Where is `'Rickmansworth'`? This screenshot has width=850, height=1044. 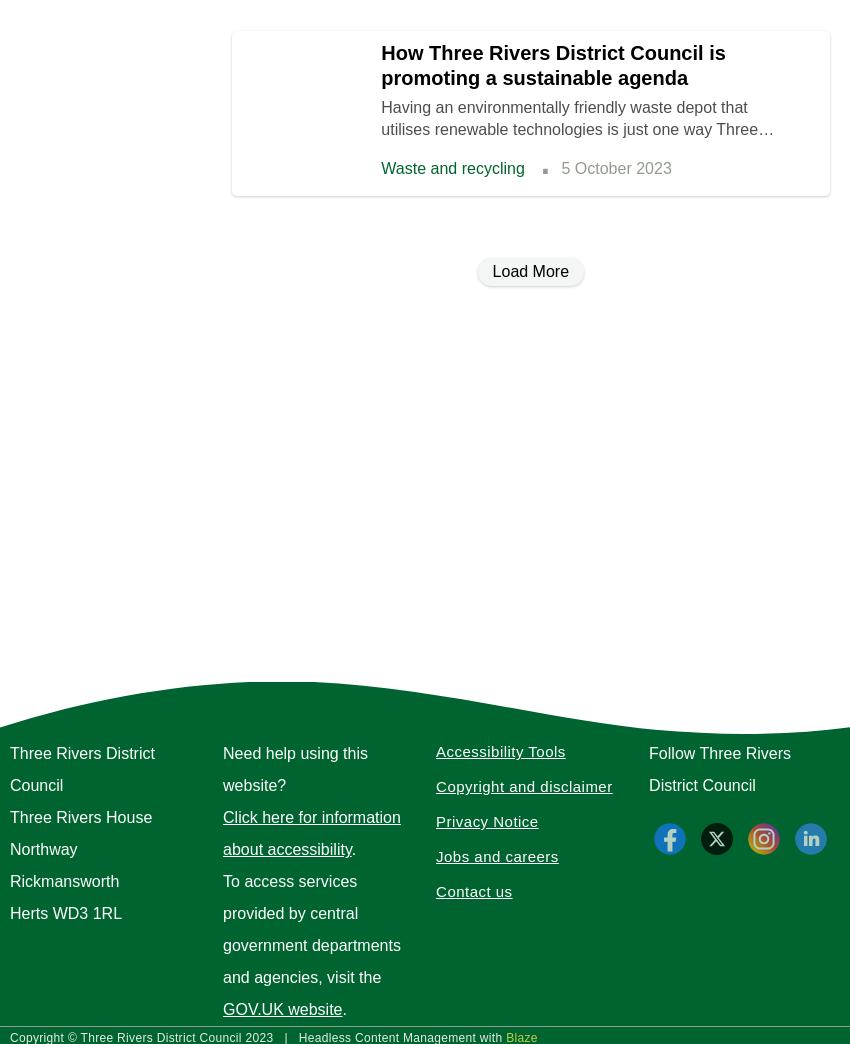
'Rickmansworth' is located at coordinates (9, 881).